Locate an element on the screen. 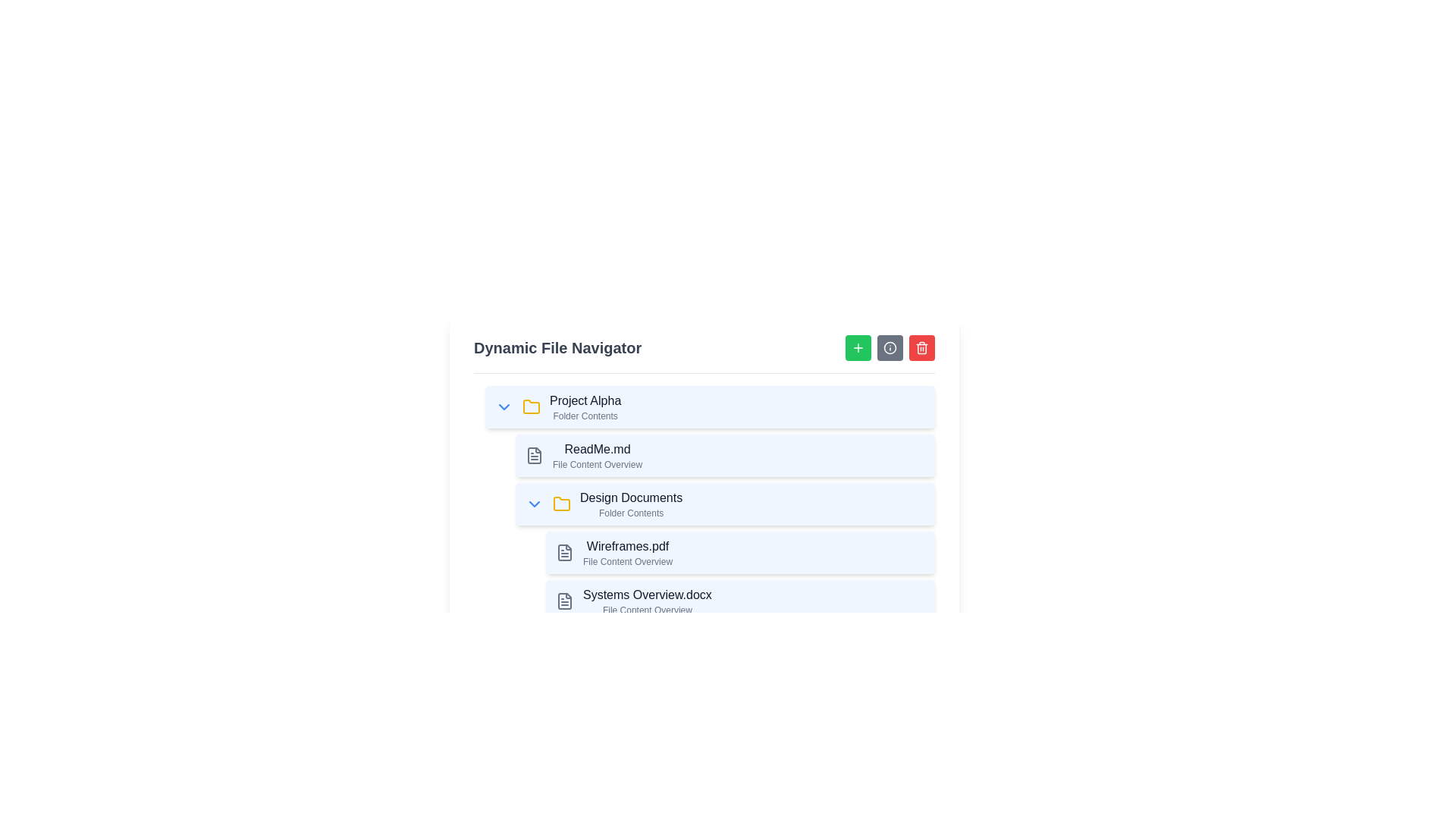  the text label displaying 'File Content Overview' located beneath the title 'ReadMe.md' in the file navigator is located at coordinates (596, 464).